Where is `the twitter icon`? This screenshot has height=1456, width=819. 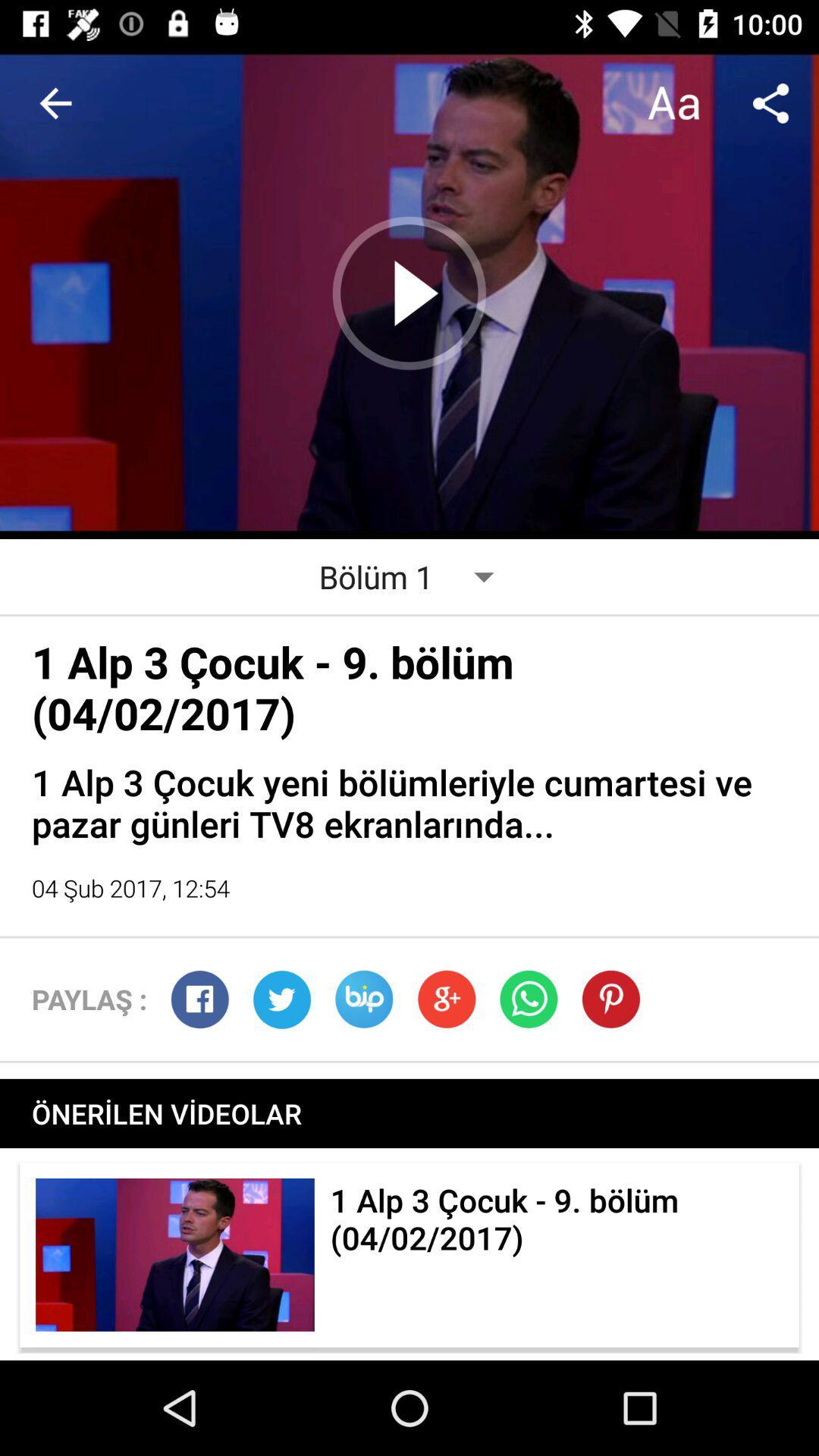
the twitter icon is located at coordinates (281, 999).